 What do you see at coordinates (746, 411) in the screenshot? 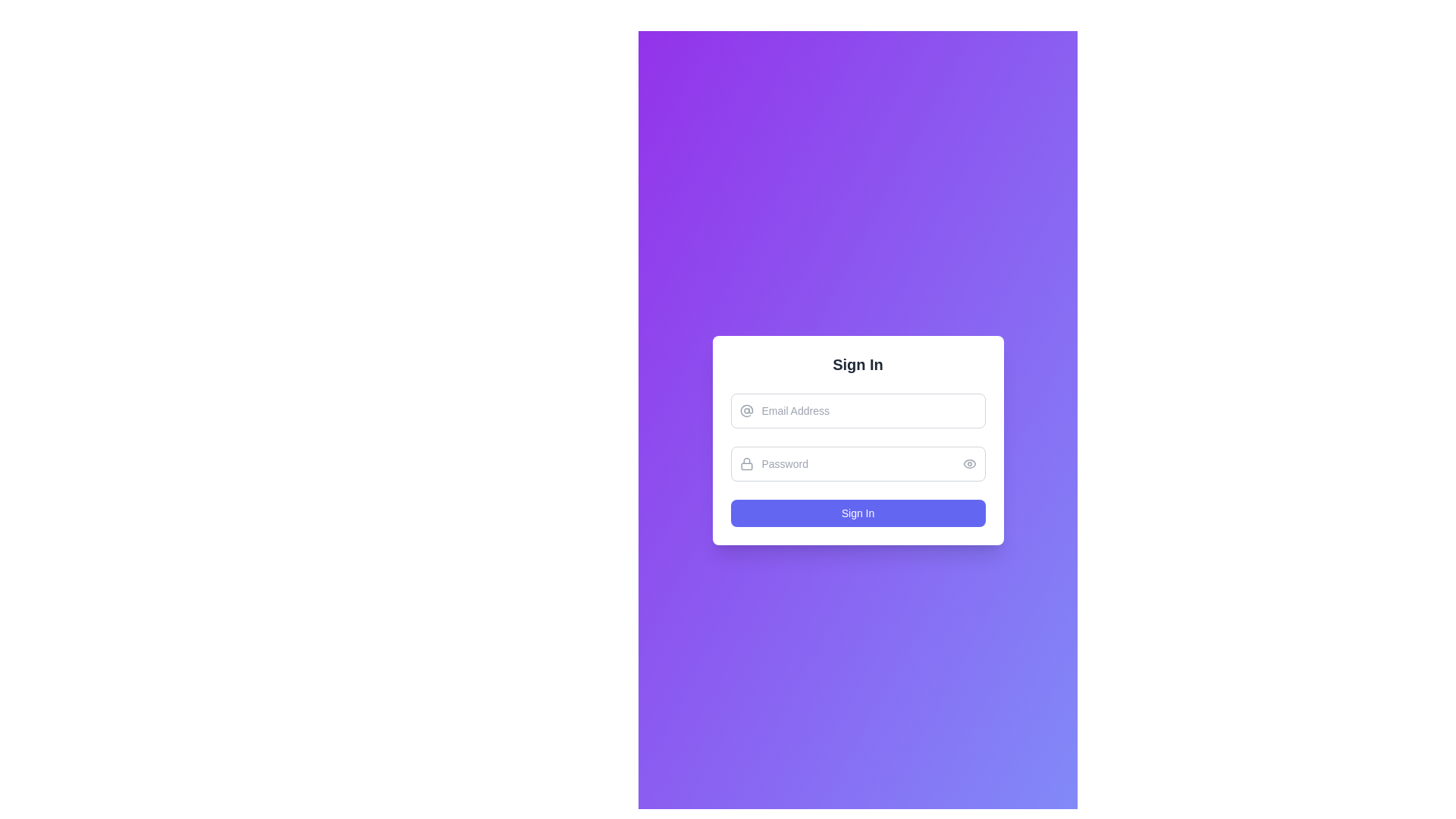
I see `the SVG '@' icon located to the immediate left of the 'Email Address' input field, which features a gray circular design with a stylized letter 'a'` at bounding box center [746, 411].